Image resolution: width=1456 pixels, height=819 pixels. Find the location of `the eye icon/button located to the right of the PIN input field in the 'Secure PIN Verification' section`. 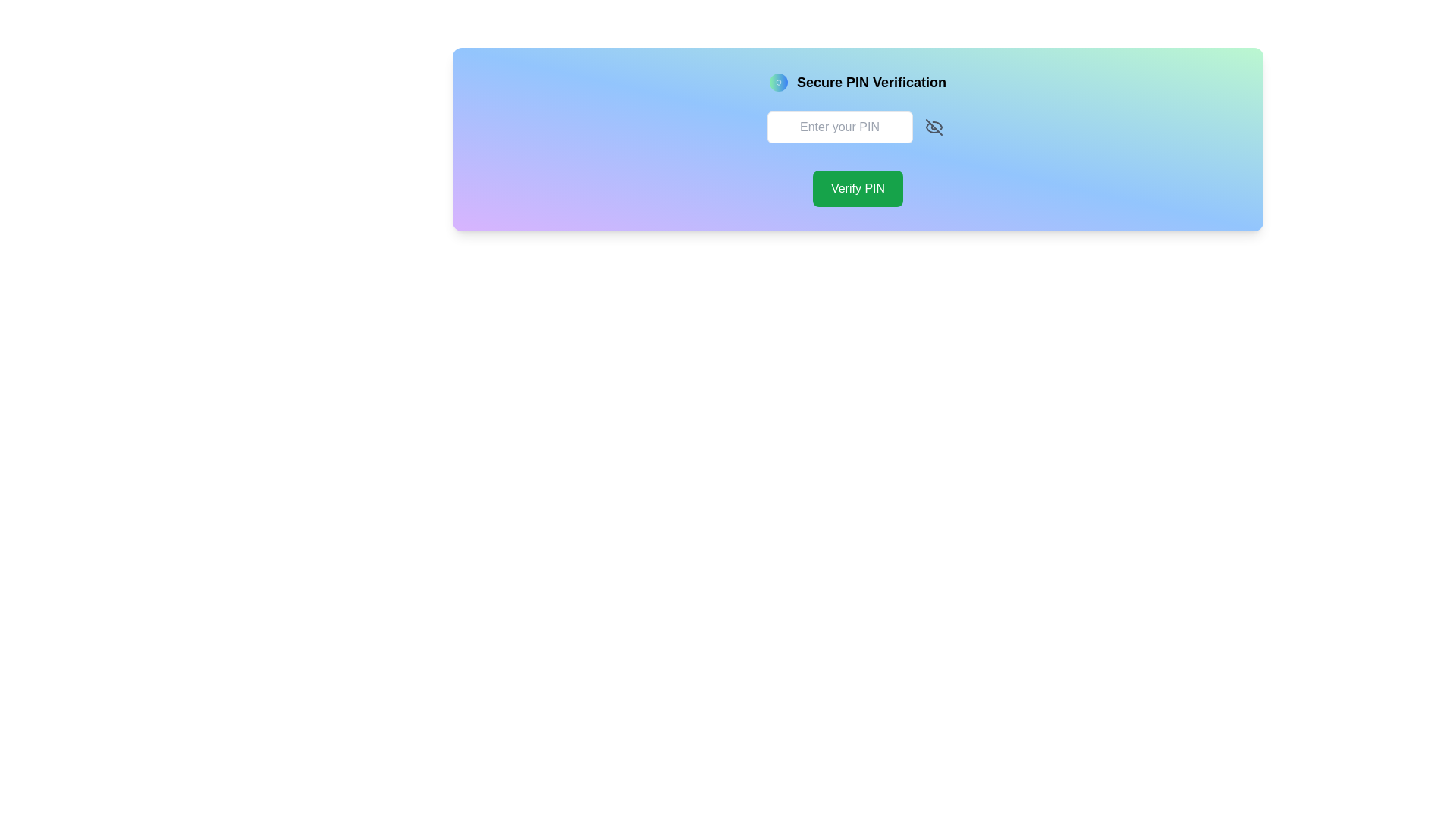

the eye icon/button located to the right of the PIN input field in the 'Secure PIN Verification' section is located at coordinates (933, 127).